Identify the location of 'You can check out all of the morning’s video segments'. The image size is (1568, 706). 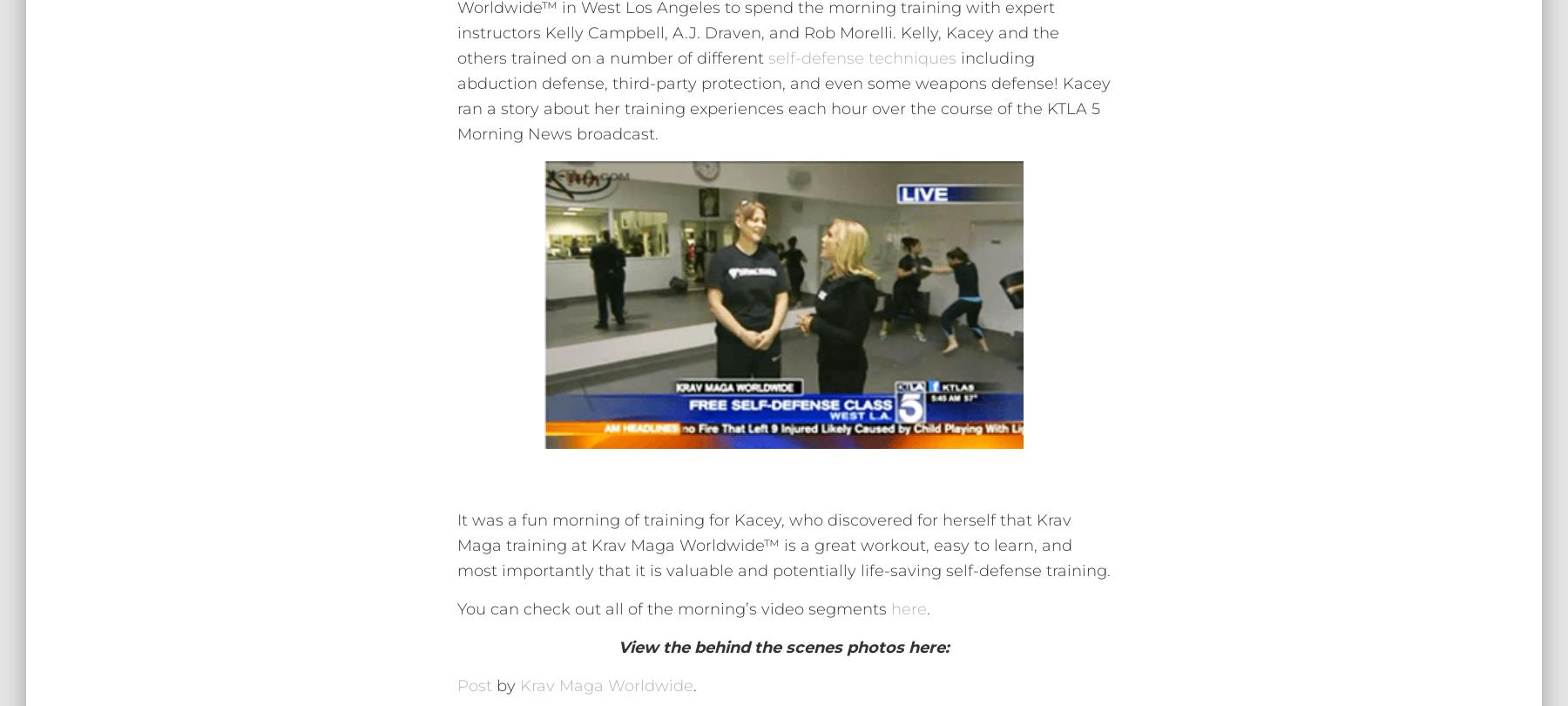
(673, 608).